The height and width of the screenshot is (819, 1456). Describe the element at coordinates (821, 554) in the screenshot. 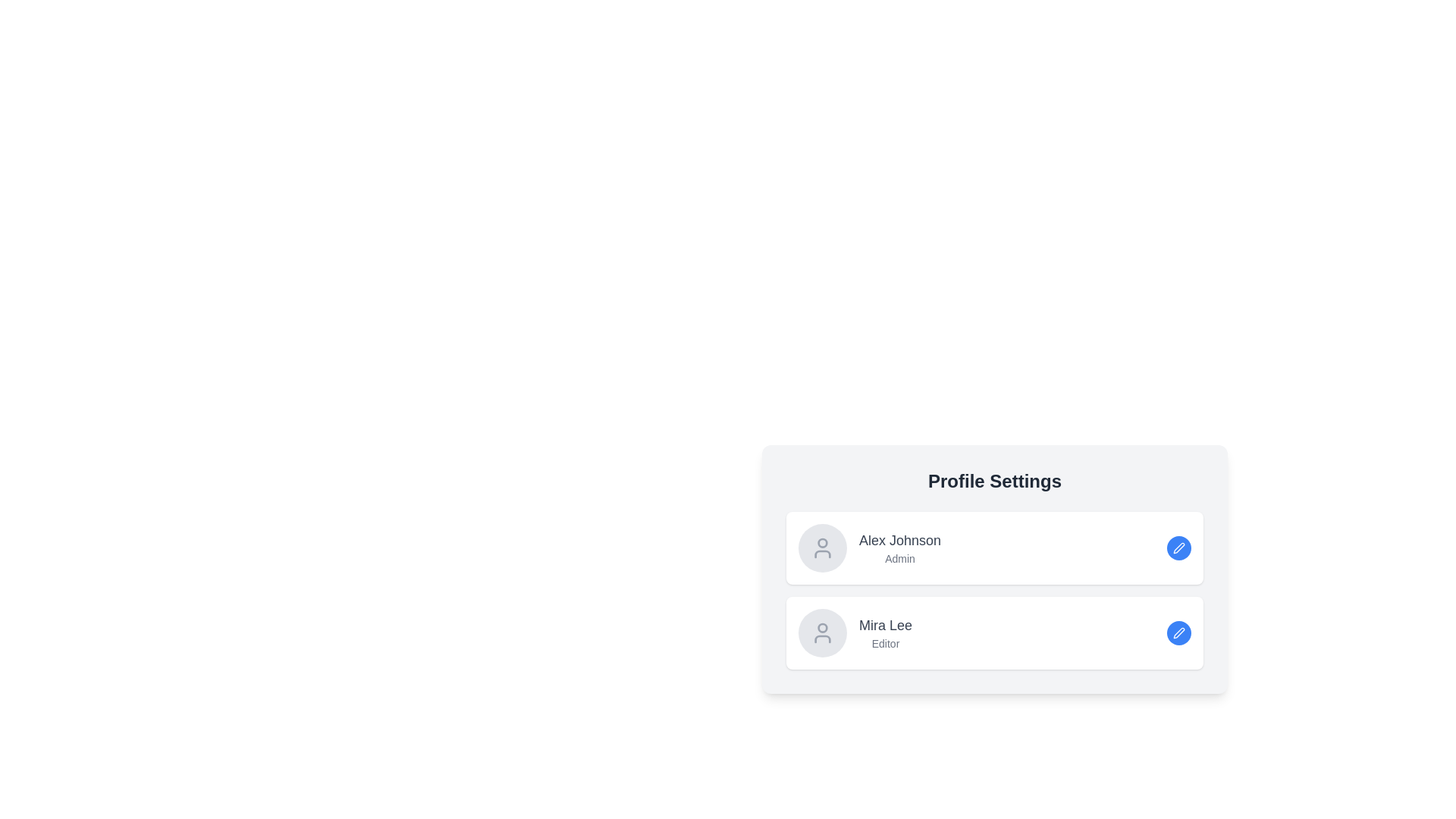

I see `the lower portion of the user icon SVG, which depicts the torso of 'Alex Johnson' in the Profile Settings interface` at that location.